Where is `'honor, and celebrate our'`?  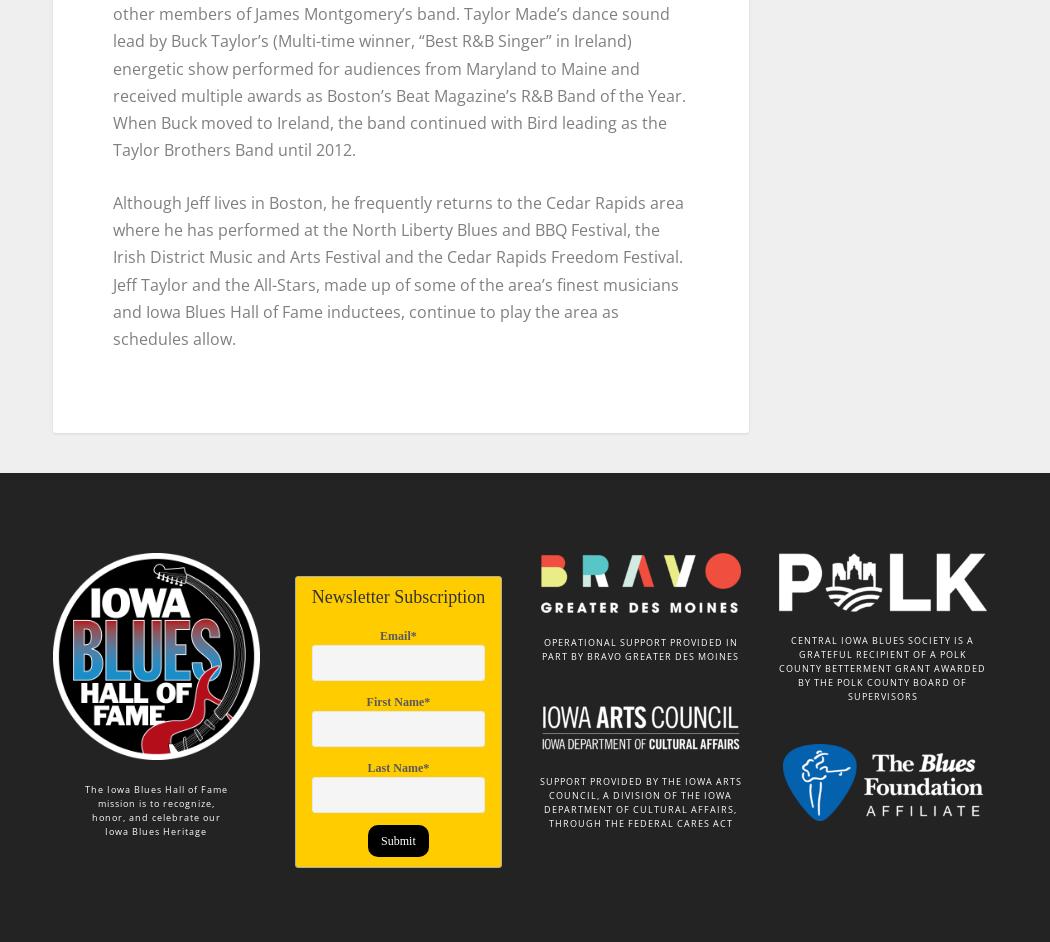 'honor, and celebrate our' is located at coordinates (155, 806).